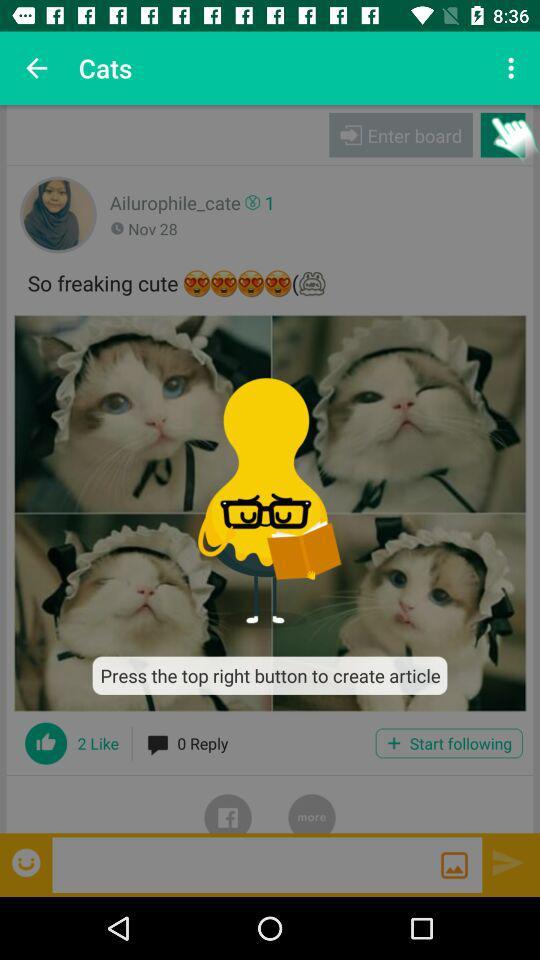  I want to click on the emoji icon, so click(27, 861).